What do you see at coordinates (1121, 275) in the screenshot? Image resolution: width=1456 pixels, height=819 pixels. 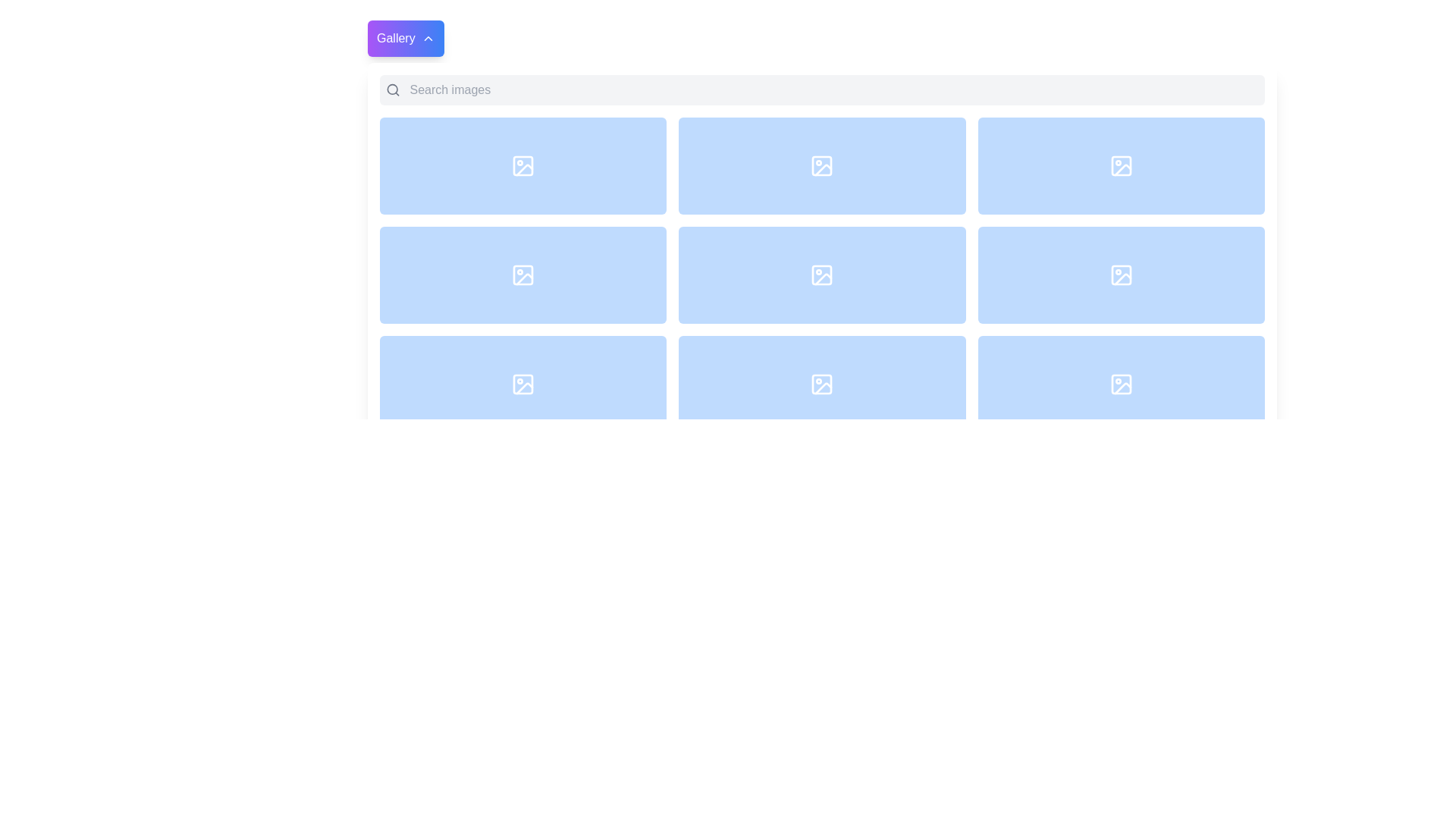 I see `the SVG graphic element located in the third column of the second row, which serves as a graphical placeholder in the interface` at bounding box center [1121, 275].